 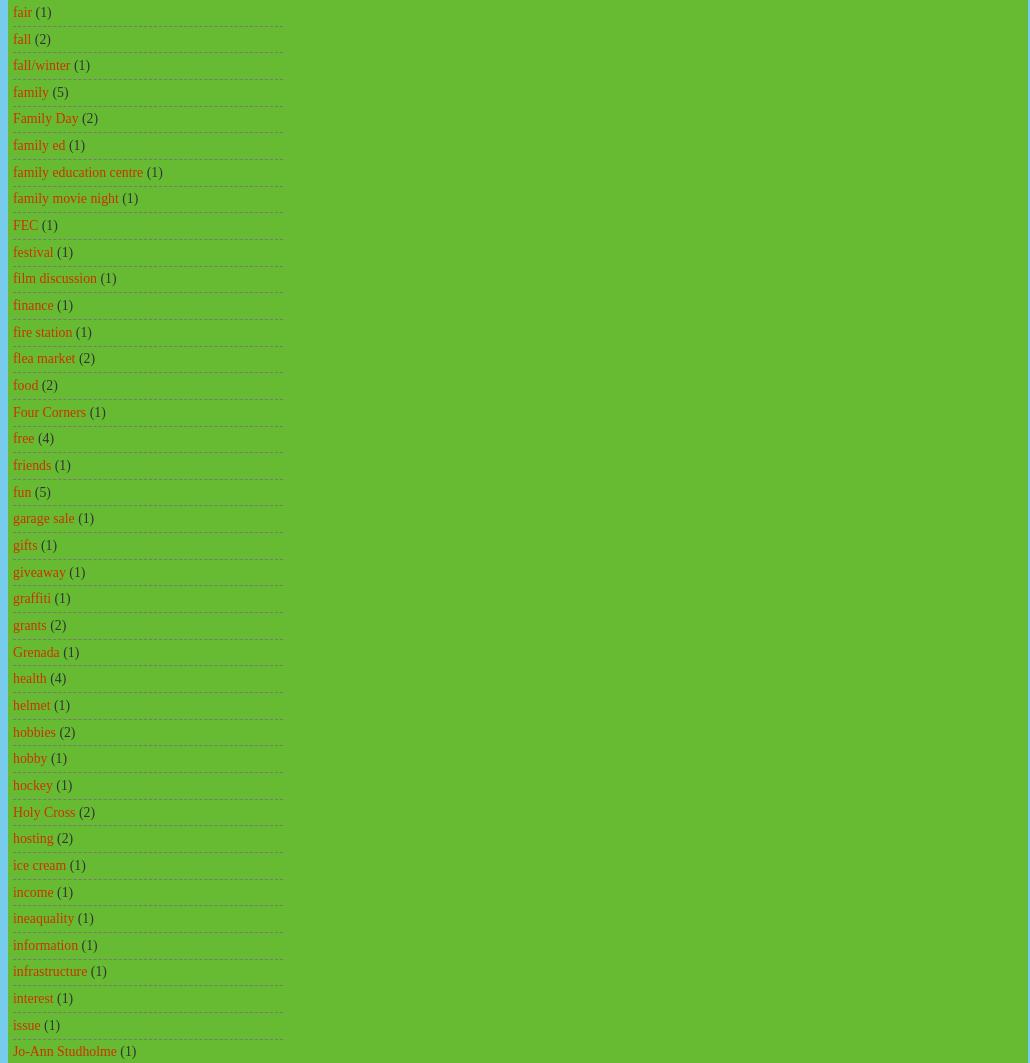 I want to click on 'fun', so click(x=22, y=491).